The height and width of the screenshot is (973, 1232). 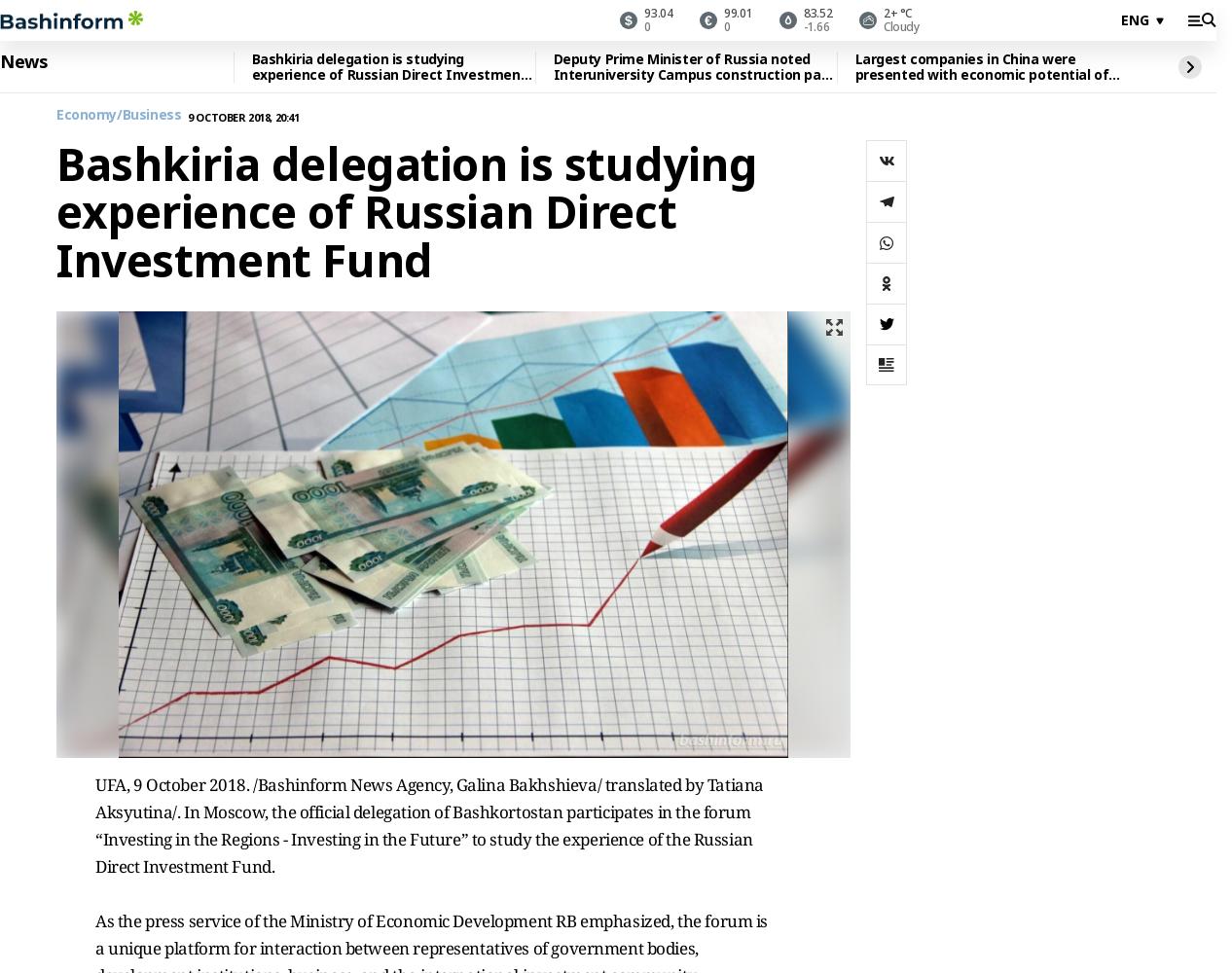 What do you see at coordinates (242, 115) in the screenshot?
I see `'9 October 2018, 20:41'` at bounding box center [242, 115].